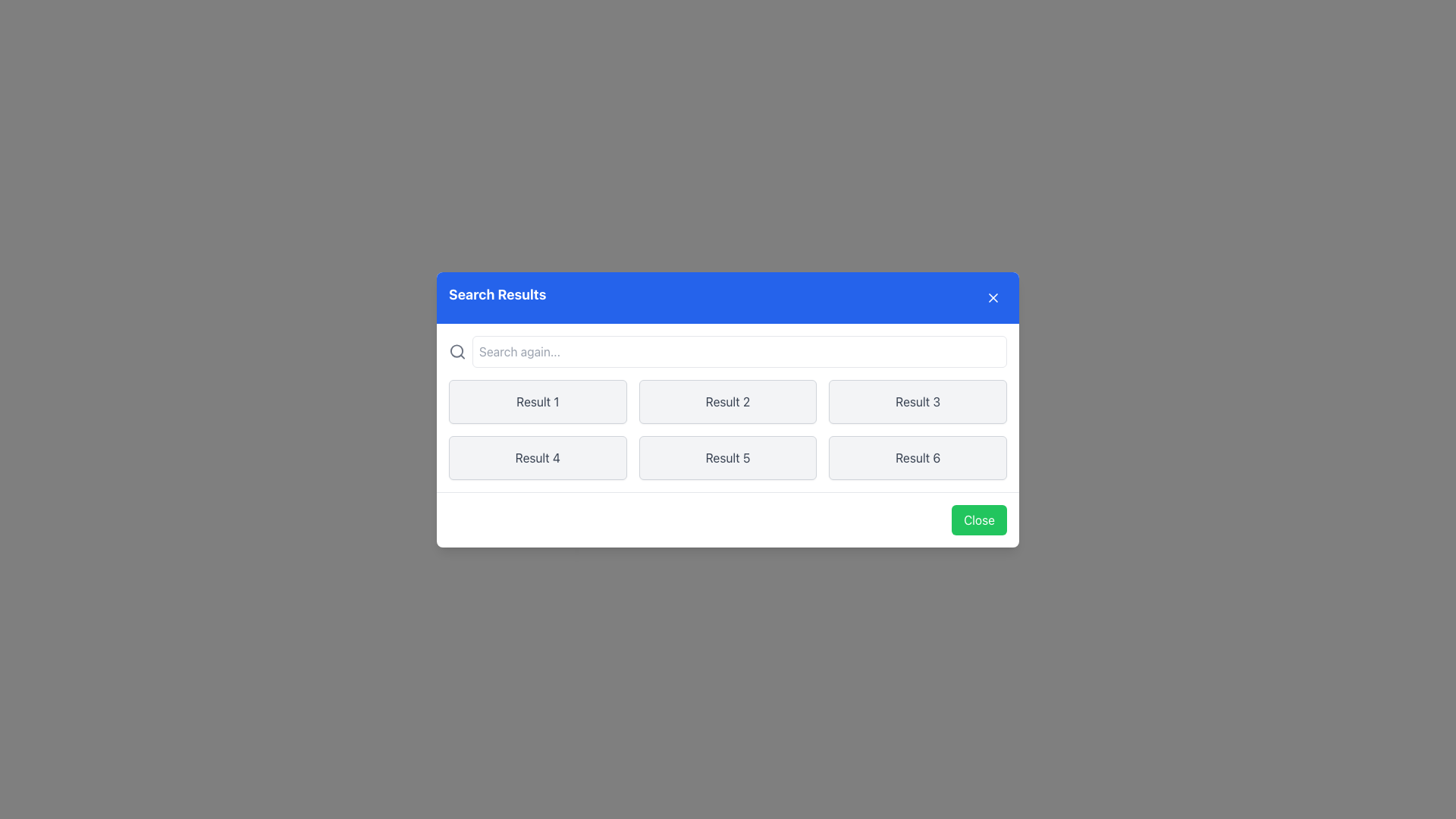 This screenshot has width=1456, height=819. Describe the element at coordinates (917, 400) in the screenshot. I see `the 'Result 3' button, which is styled with a gray font and light gray background` at that location.